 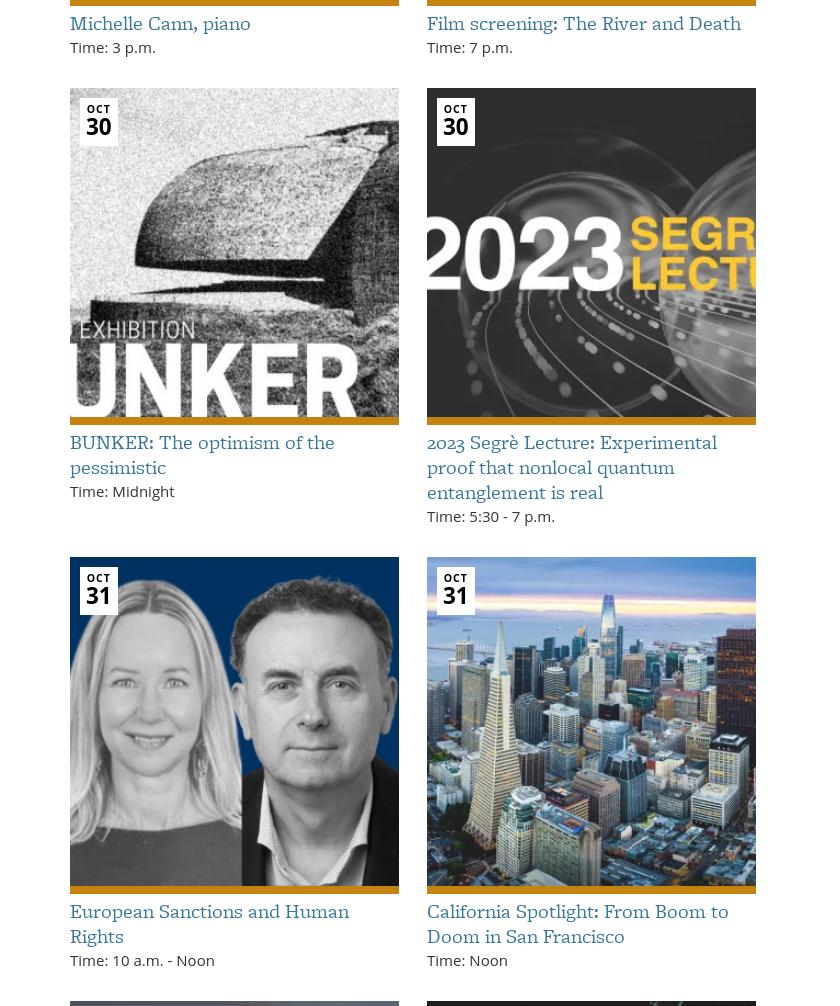 I want to click on 'European Sanctions and Human Rights', so click(x=69, y=921).